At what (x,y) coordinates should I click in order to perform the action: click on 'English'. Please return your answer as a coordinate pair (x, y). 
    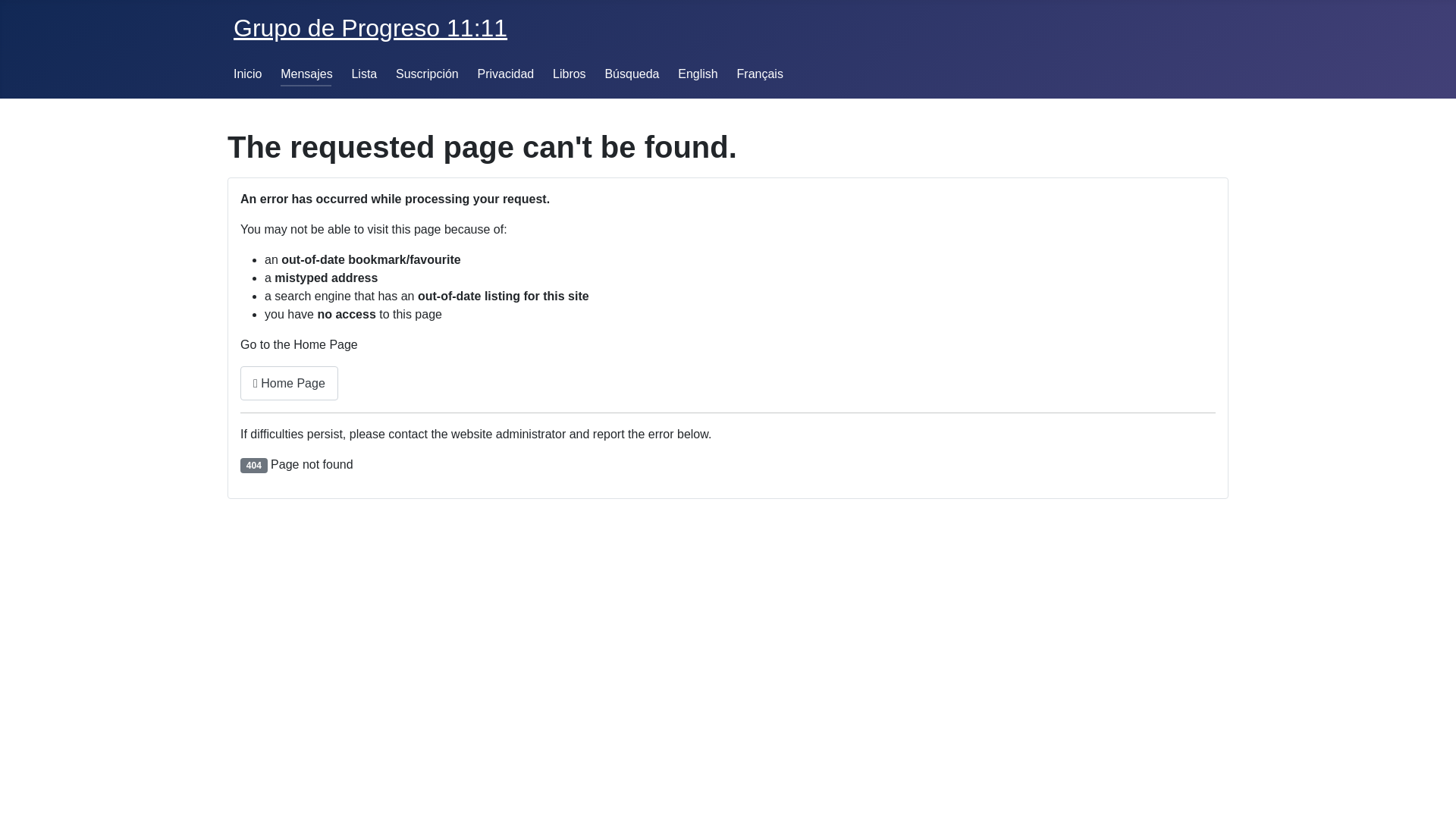
    Looking at the image, I should click on (697, 74).